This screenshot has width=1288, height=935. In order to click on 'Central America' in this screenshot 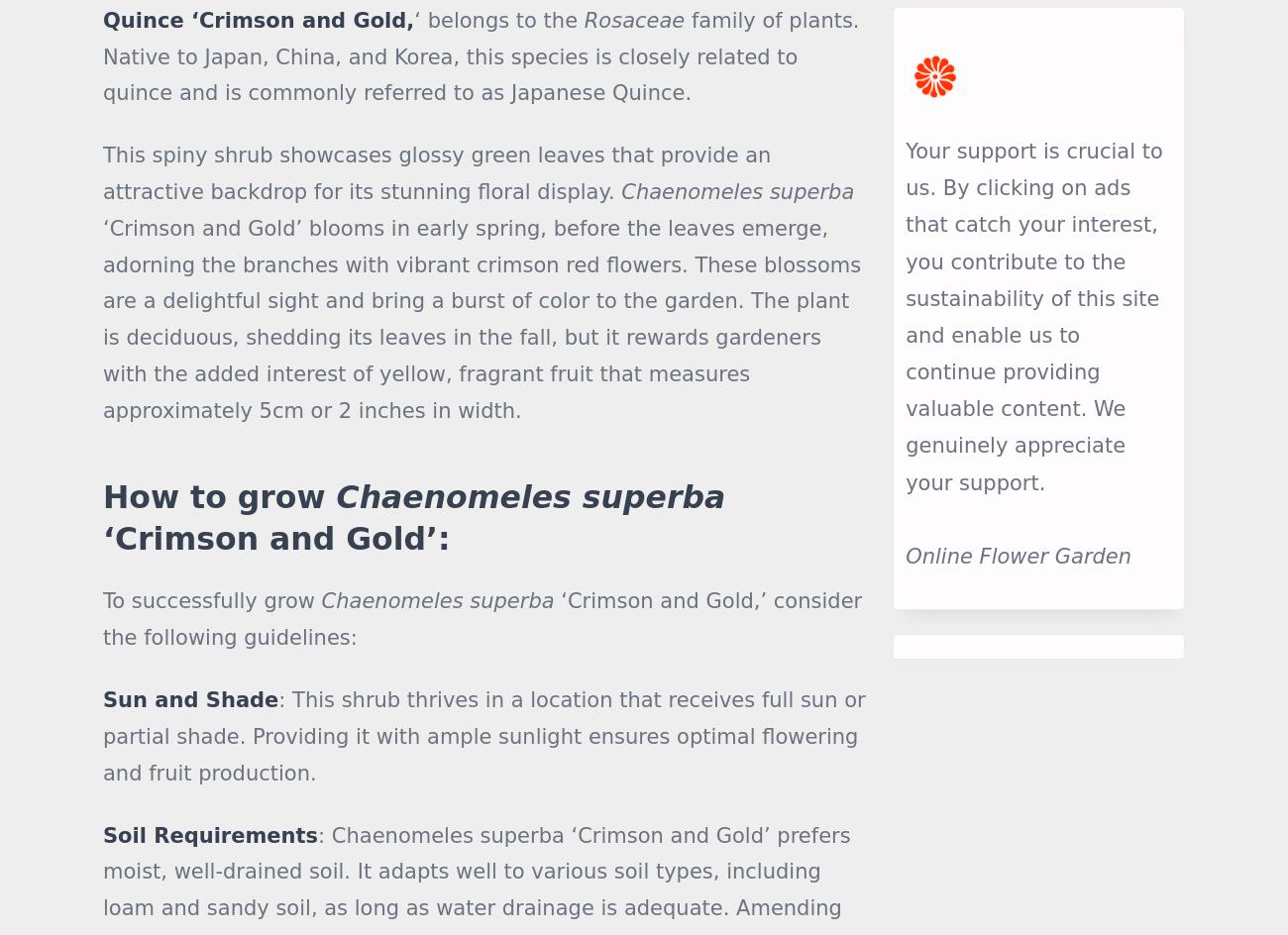, I will do `click(1036, 548)`.